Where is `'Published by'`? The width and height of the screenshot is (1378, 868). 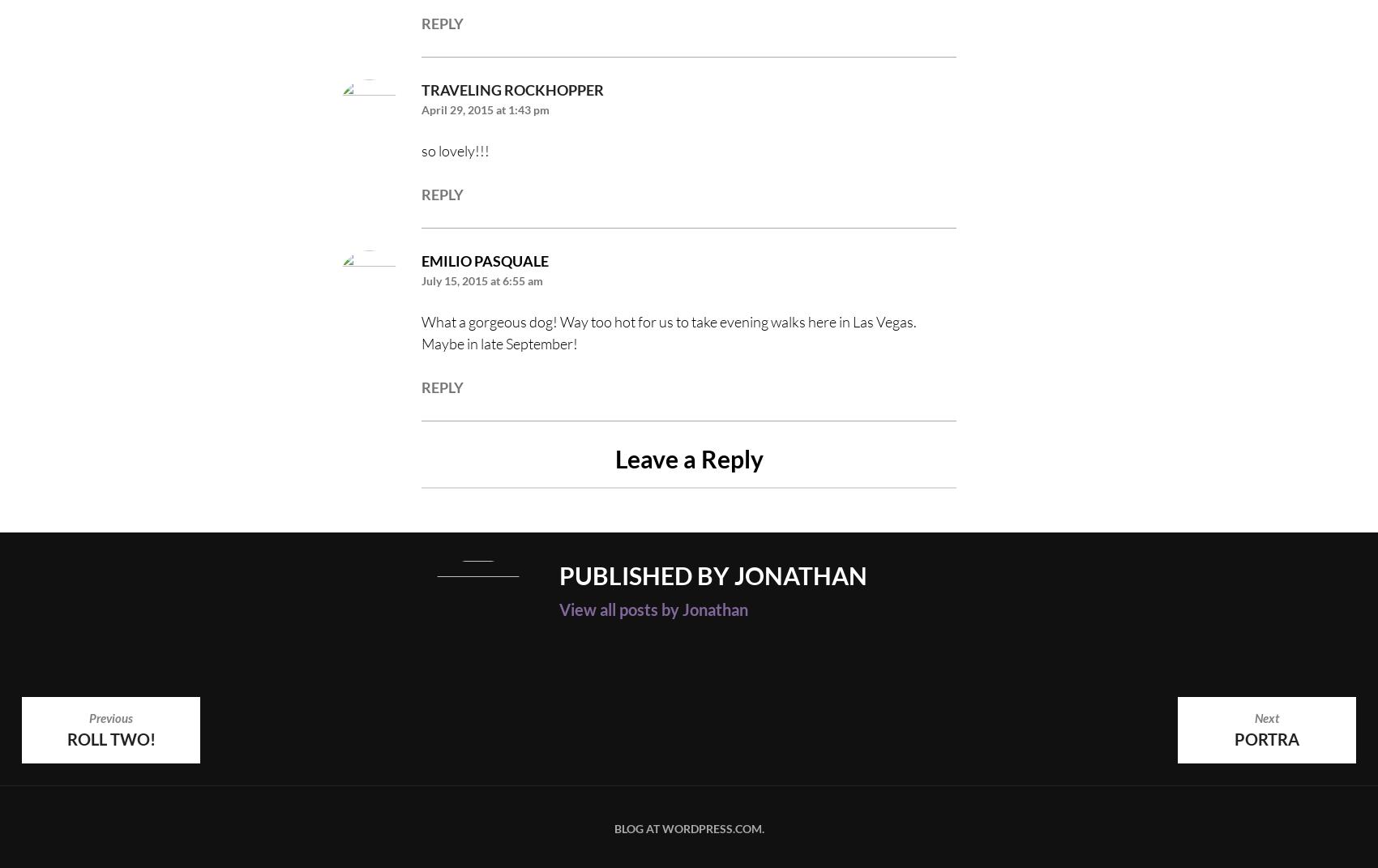 'Published by' is located at coordinates (644, 575).